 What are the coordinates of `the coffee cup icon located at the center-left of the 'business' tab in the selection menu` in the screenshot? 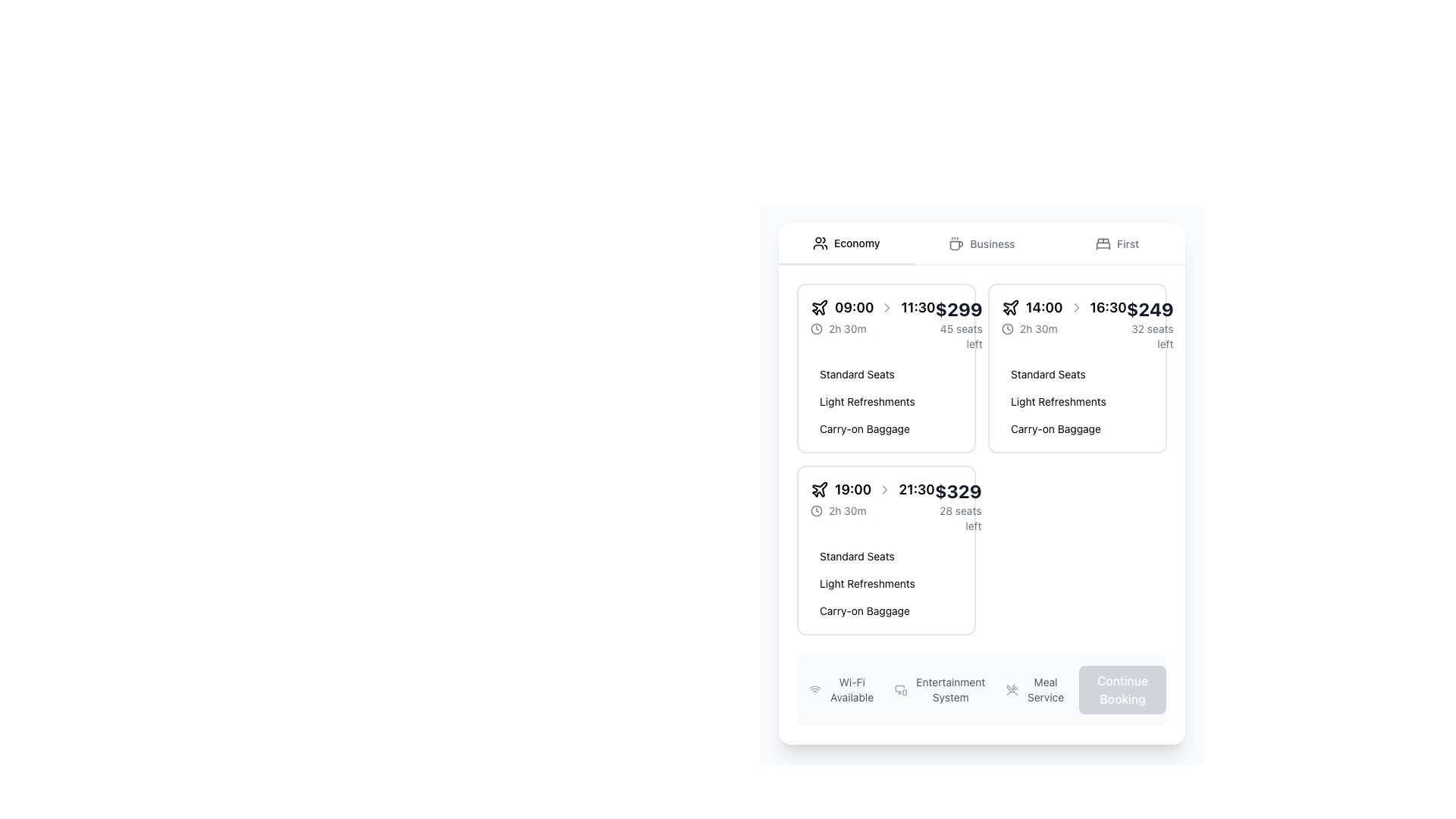 It's located at (955, 243).